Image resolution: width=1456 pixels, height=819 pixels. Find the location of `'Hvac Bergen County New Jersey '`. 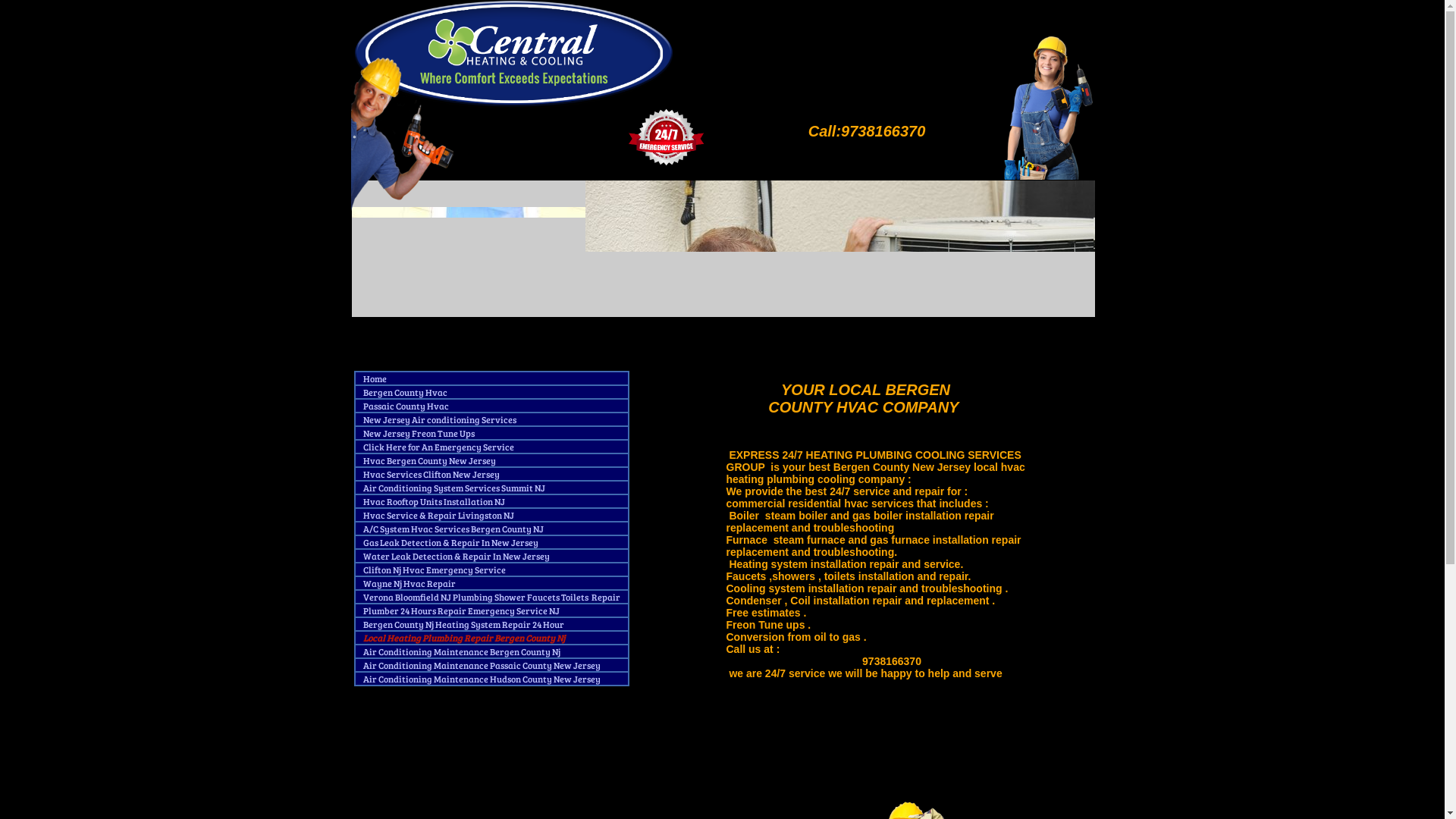

'Hvac Bergen County New Jersey ' is located at coordinates (428, 463).